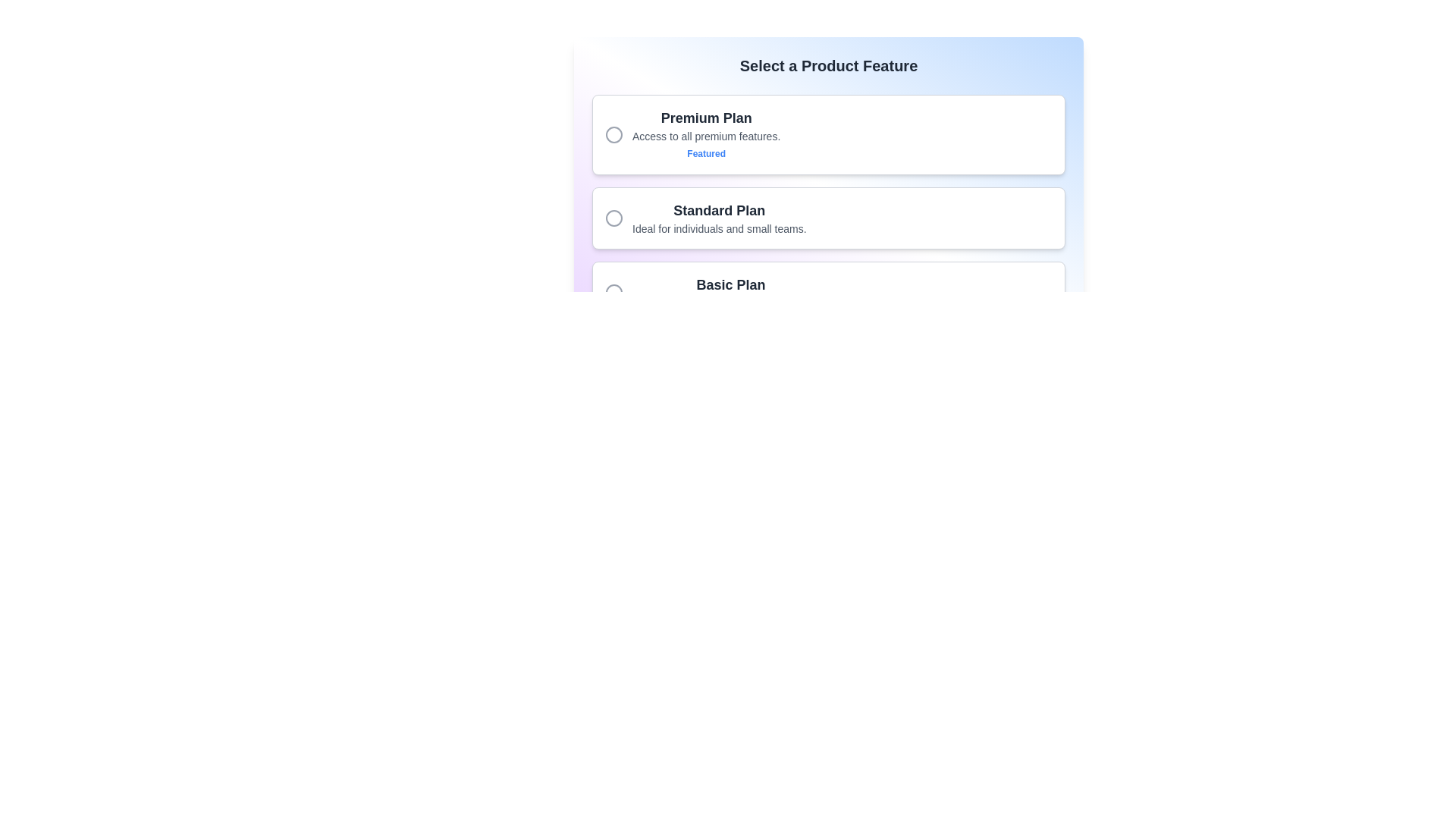  What do you see at coordinates (828, 209) in the screenshot?
I see `the 'Standard Plan' option selector to read plan details by clicking on it` at bounding box center [828, 209].